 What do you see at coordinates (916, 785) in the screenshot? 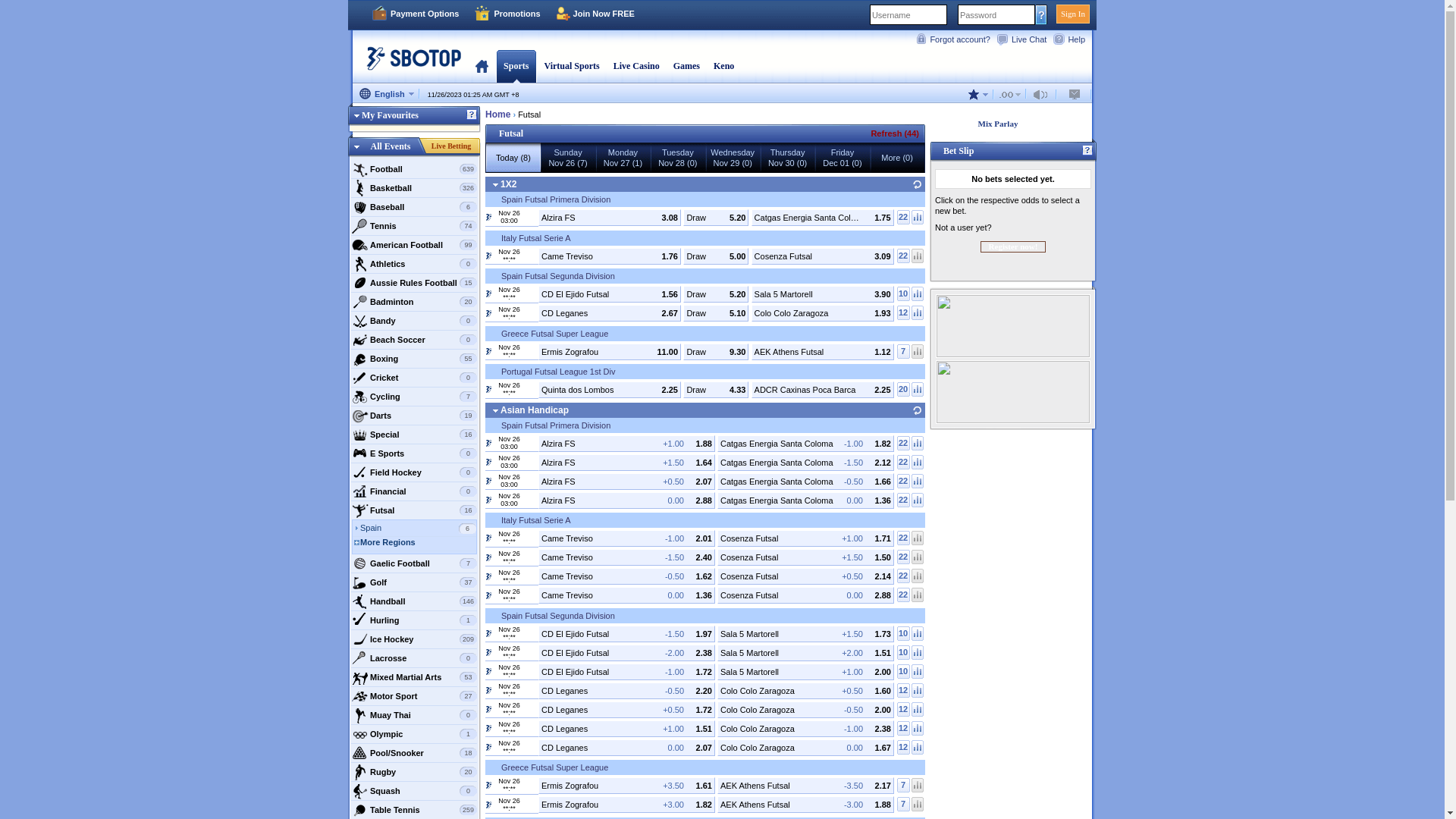
I see `'No statistics available'` at bounding box center [916, 785].